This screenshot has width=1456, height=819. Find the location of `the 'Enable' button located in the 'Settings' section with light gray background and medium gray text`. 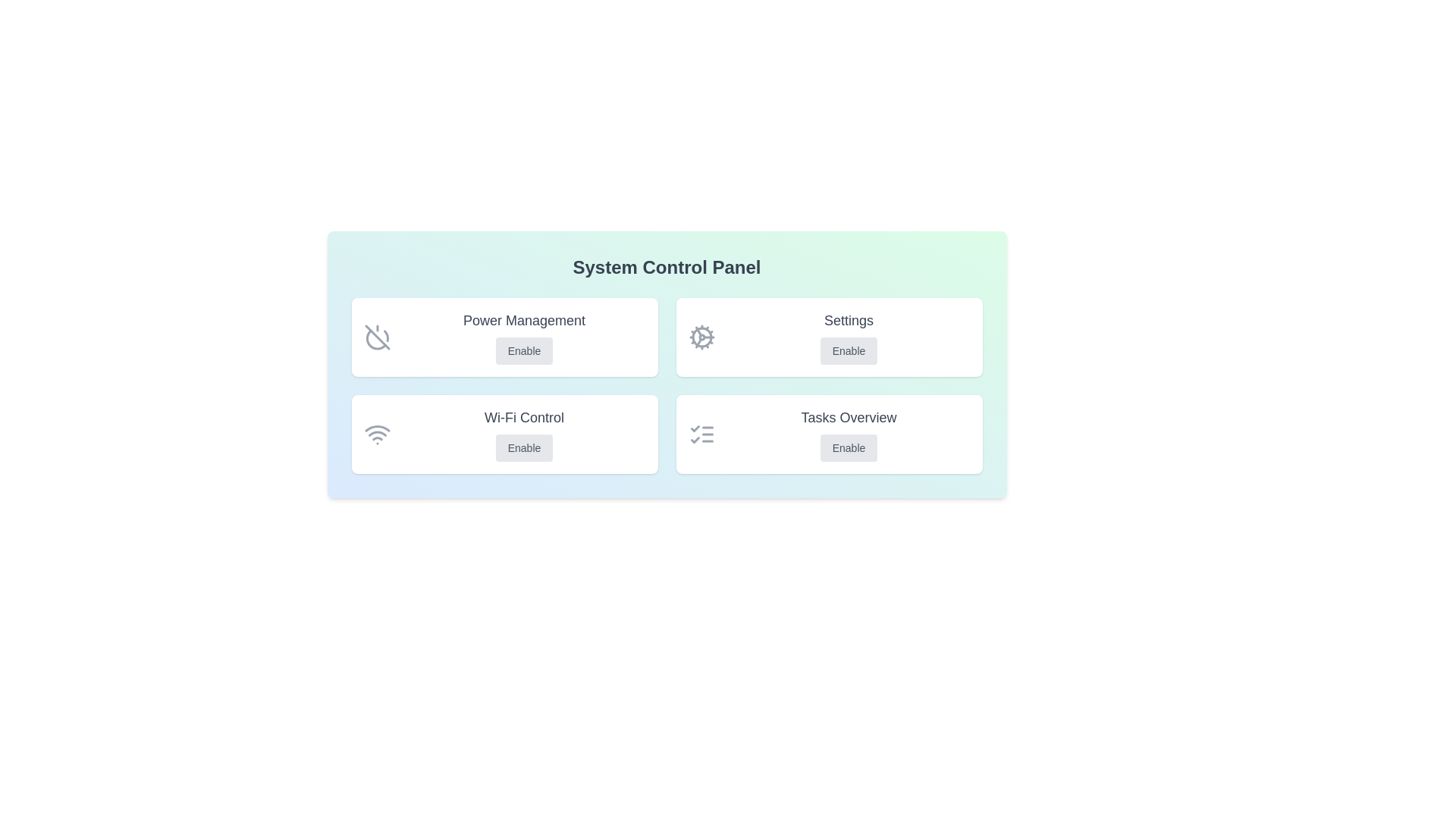

the 'Enable' button located in the 'Settings' section with light gray background and medium gray text is located at coordinates (848, 350).